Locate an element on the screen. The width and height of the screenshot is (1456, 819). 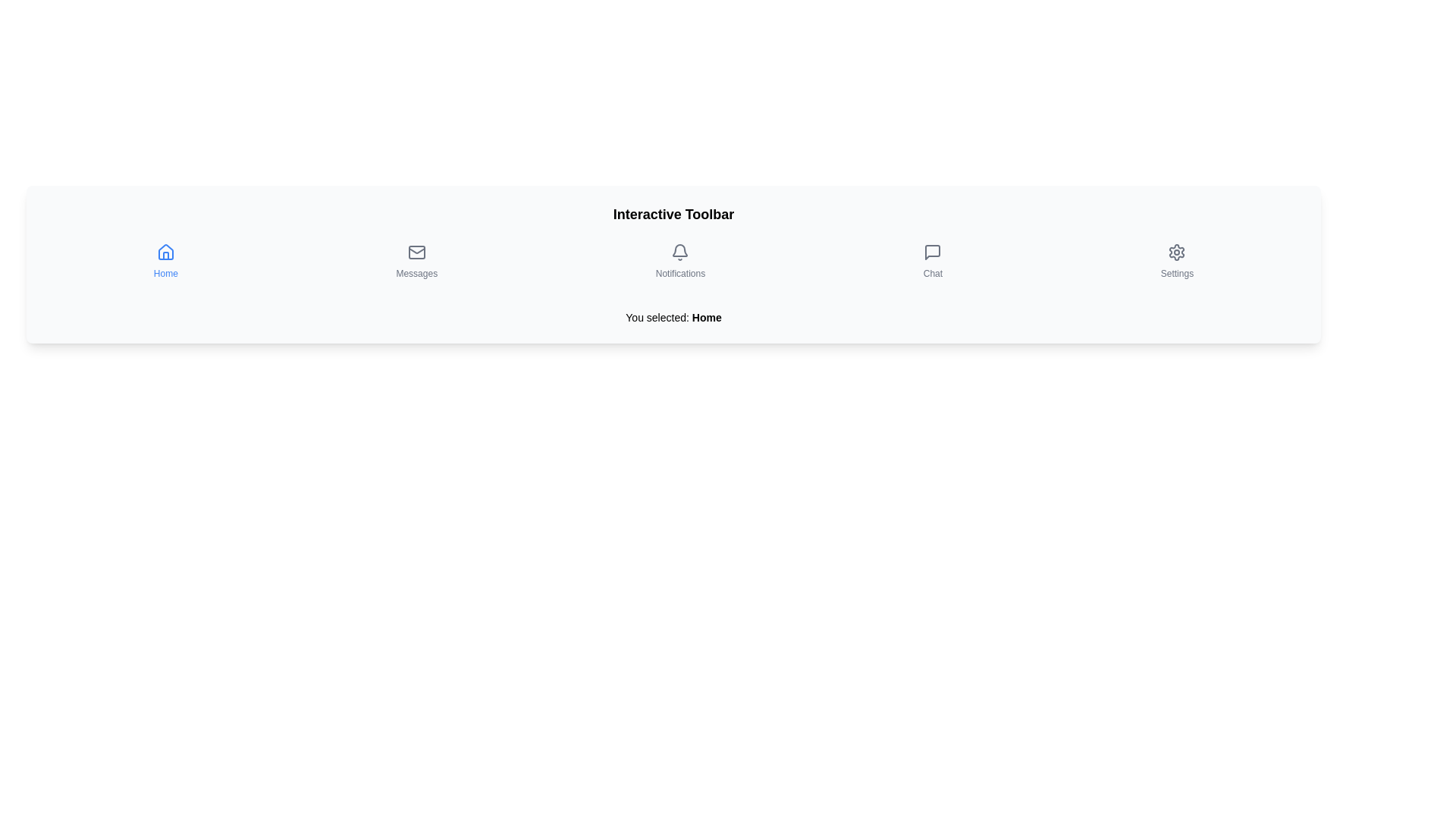
the bell icon located in the Notifications button is located at coordinates (679, 251).